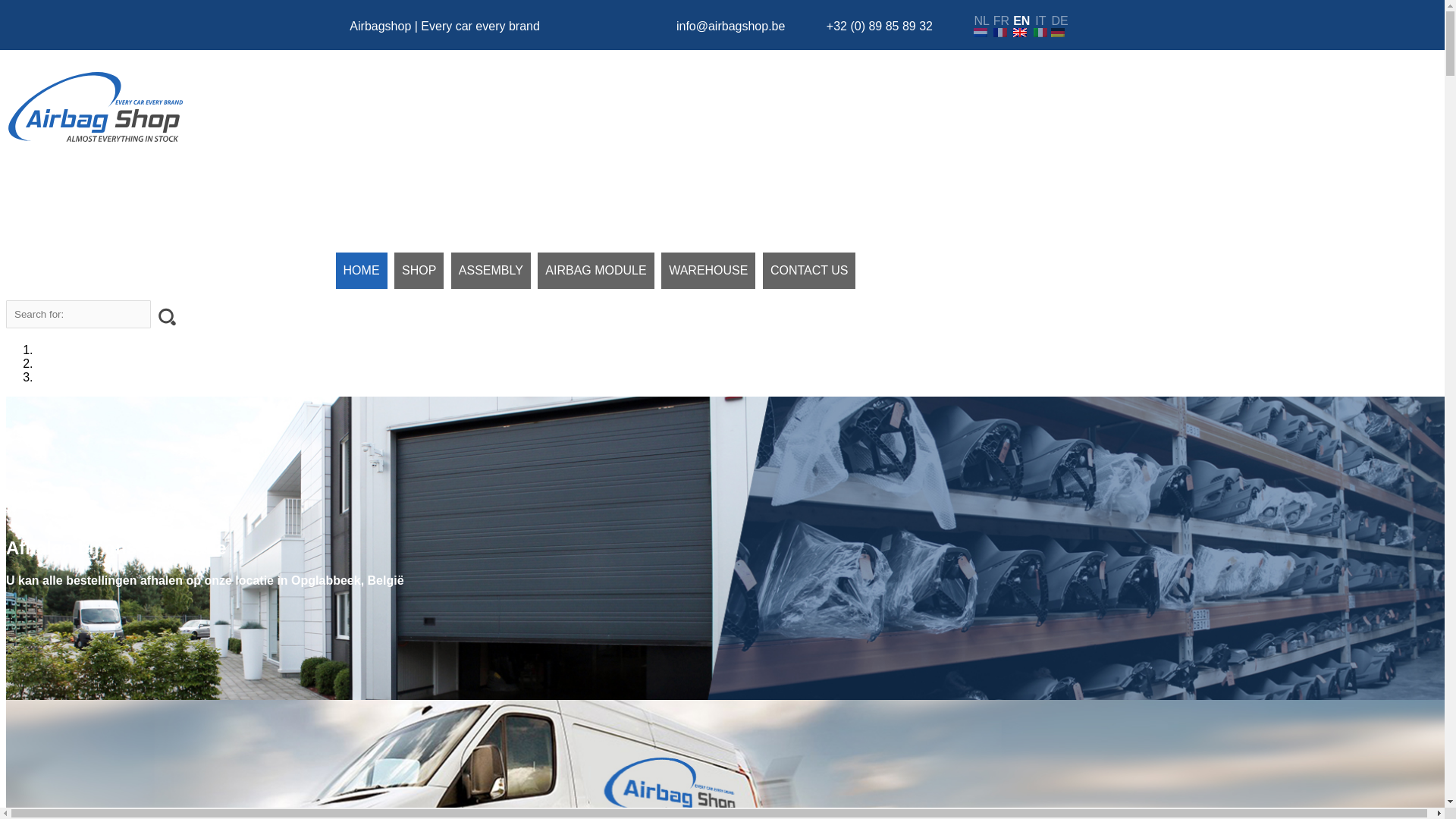 The width and height of the screenshot is (1456, 819). Describe the element at coordinates (629, 26) in the screenshot. I see `'Chat with us via WhatsApp'` at that location.